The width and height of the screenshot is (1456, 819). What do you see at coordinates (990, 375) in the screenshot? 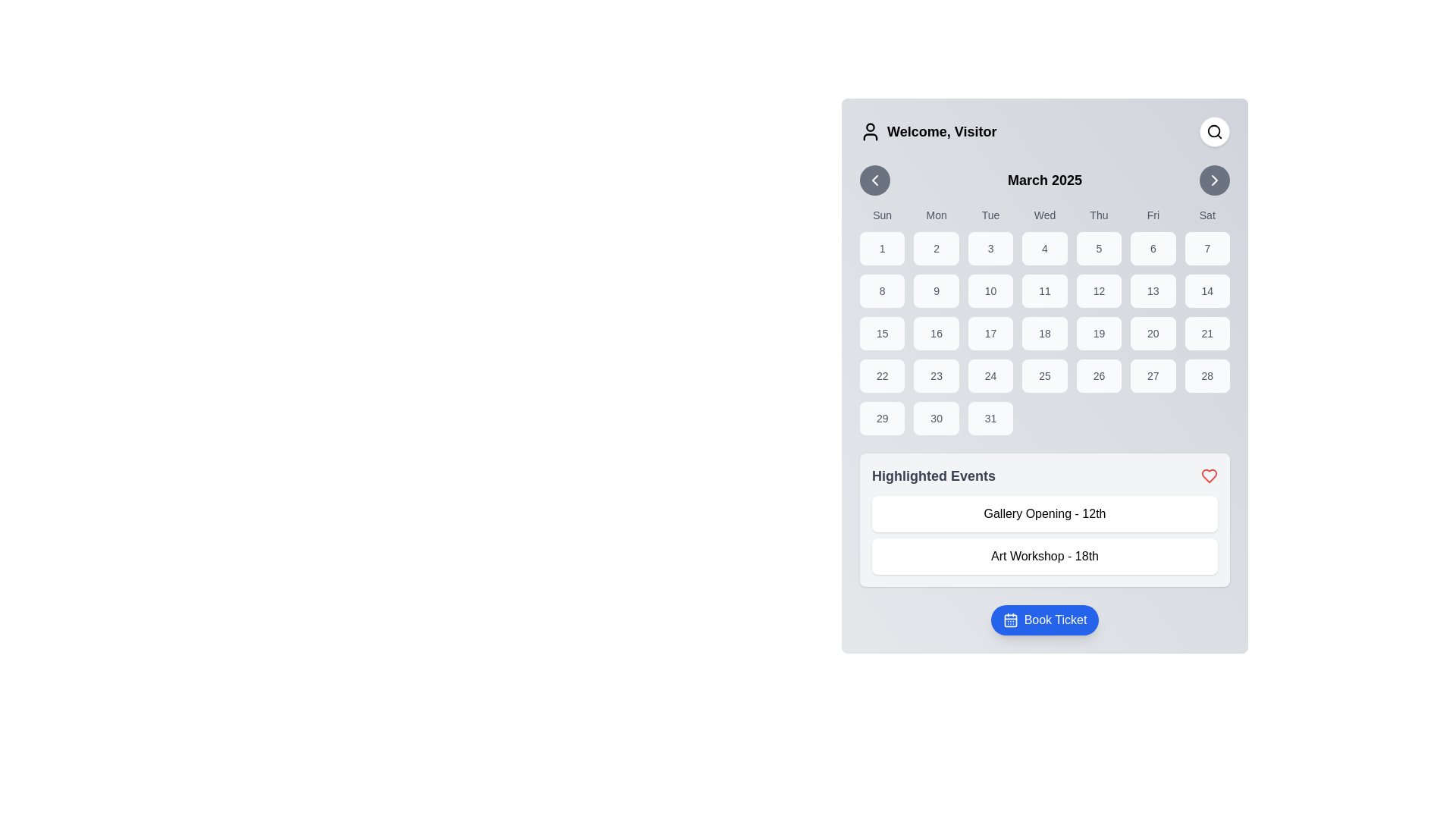
I see `the text-based button displaying the number '24', which is located in the fourth row and third column of the calendar interface` at bounding box center [990, 375].